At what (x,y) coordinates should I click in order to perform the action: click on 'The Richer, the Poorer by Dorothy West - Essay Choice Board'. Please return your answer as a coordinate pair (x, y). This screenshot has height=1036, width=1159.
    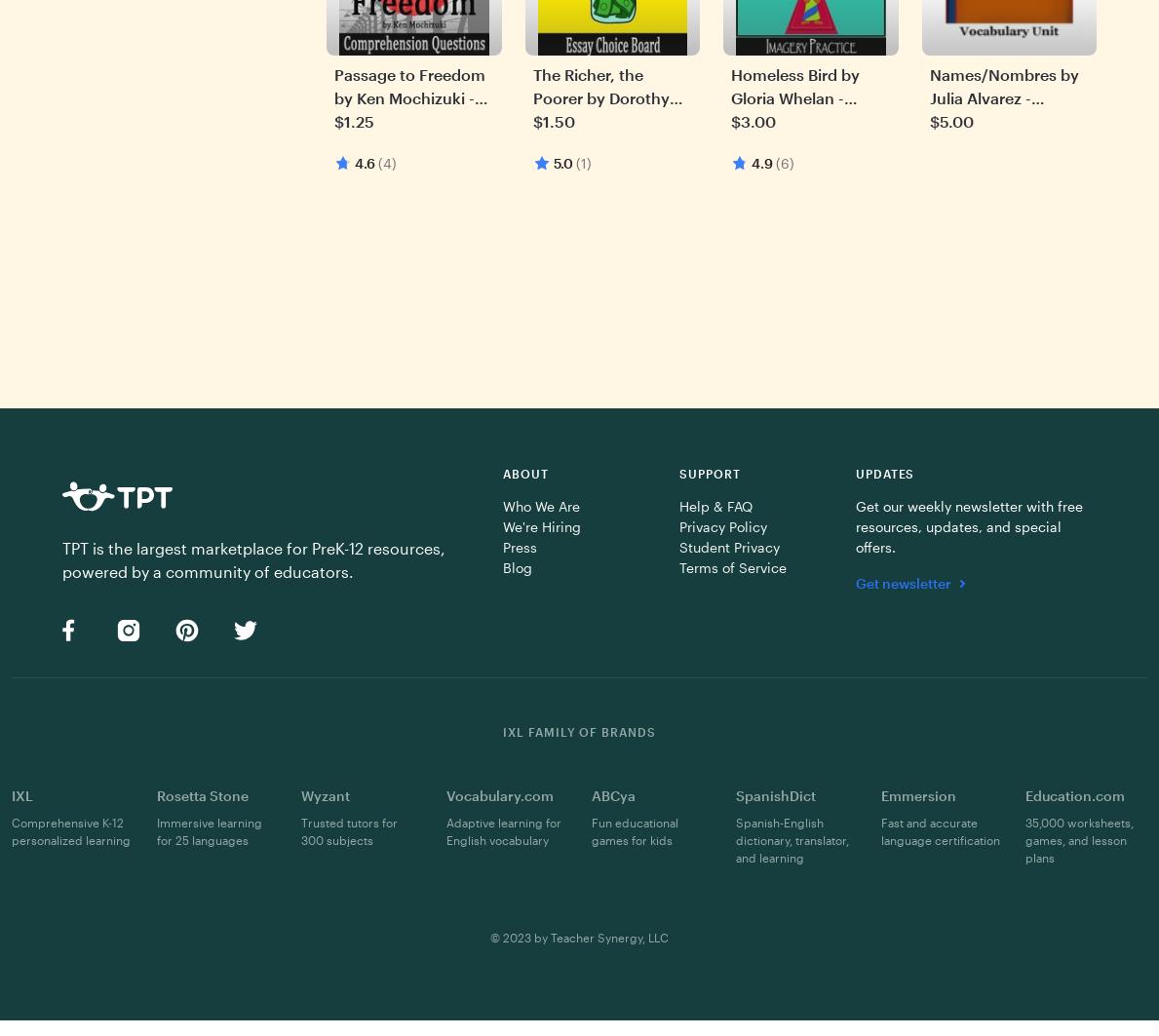
    Looking at the image, I should click on (605, 108).